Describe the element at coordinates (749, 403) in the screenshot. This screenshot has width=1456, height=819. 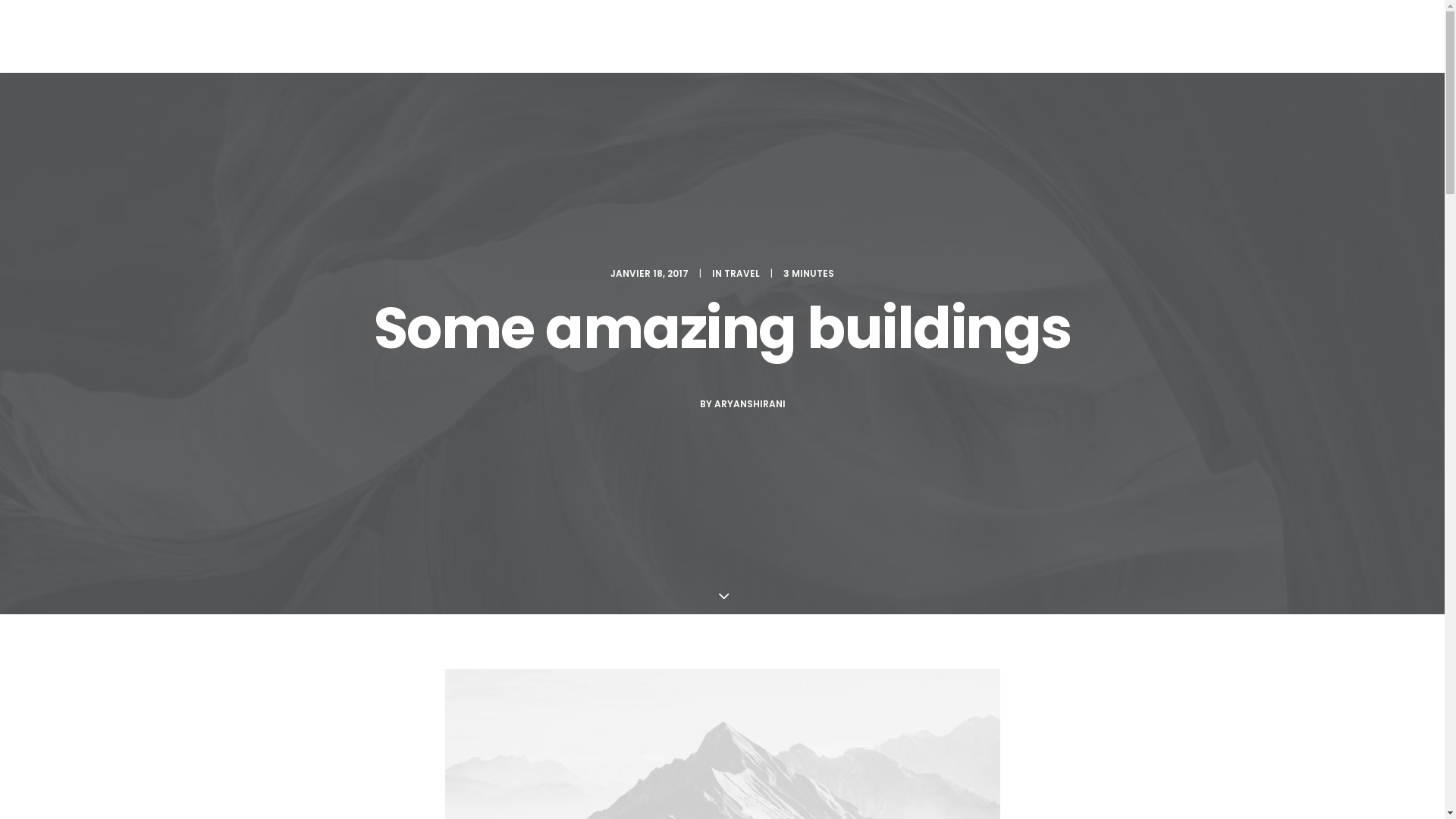
I see `'ARYANSHIRANI'` at that location.